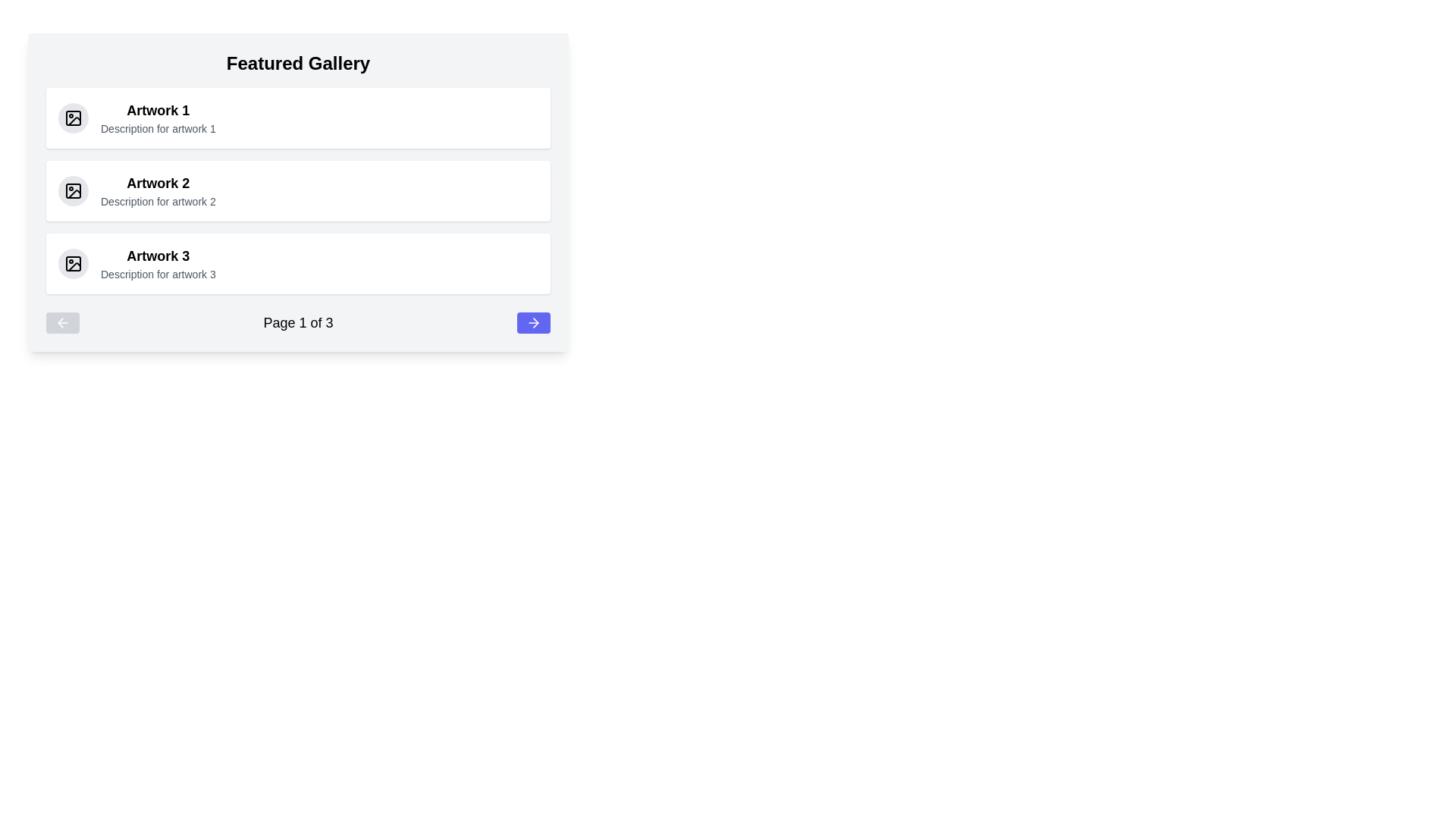  What do you see at coordinates (158, 183) in the screenshot?
I see `the Text label for 'Artwork 2' in the 'Featured Gallery' section, which is centrally positioned in the second card of a vertically stacked list` at bounding box center [158, 183].